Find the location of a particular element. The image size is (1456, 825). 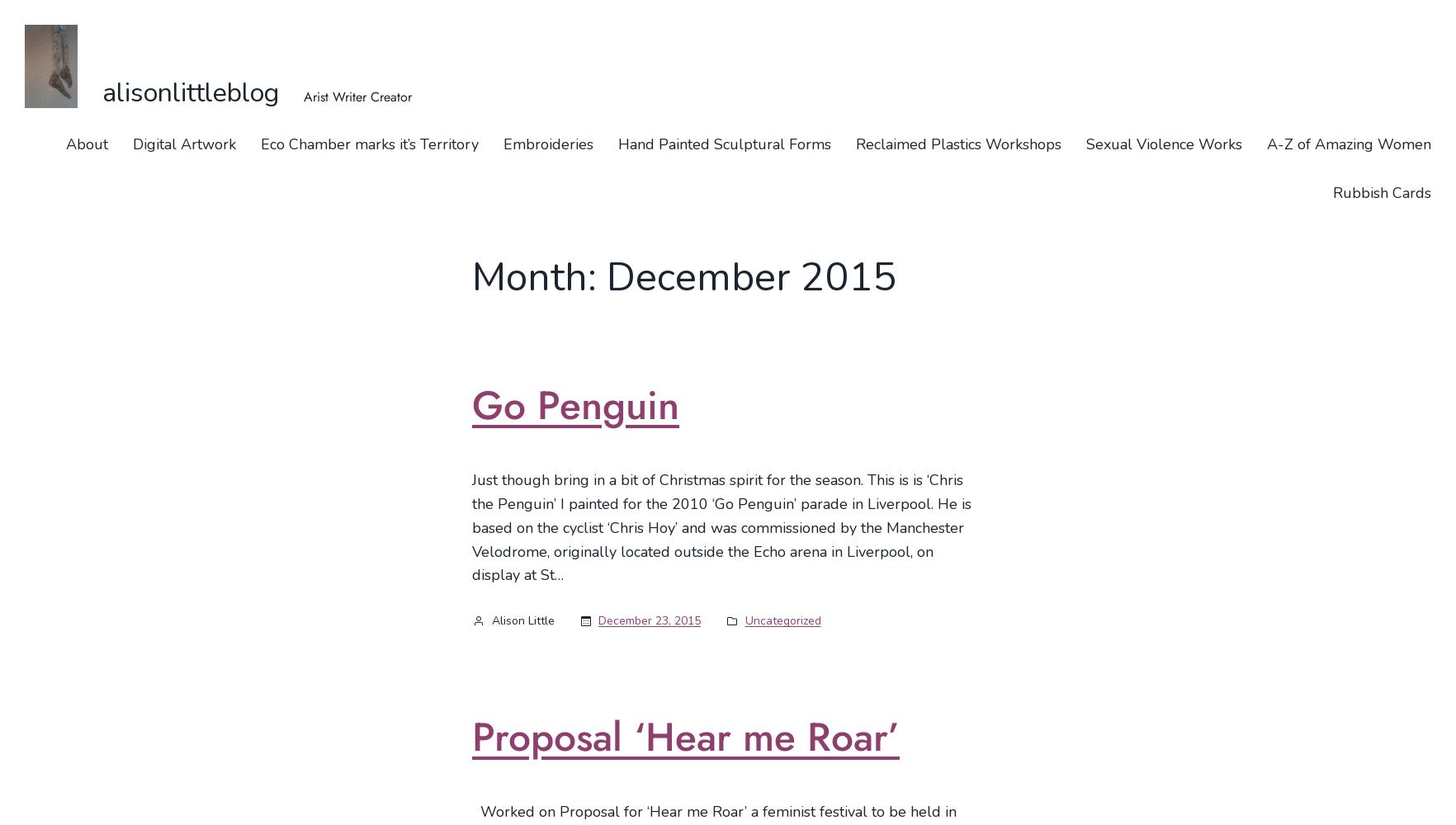

'Just though bring in a bit of Christmas spirit for the season. This is is ‘Chris the Penguin’ I painted for the 2010 ‘Go Penguin’ parade in Liverpool. He is based on the cyclist ‘Chris Hoy’ and was commissioned by the Manchester Velodrome, originally located outside the Echo arena in Liverpool, on display at St…' is located at coordinates (721, 527).